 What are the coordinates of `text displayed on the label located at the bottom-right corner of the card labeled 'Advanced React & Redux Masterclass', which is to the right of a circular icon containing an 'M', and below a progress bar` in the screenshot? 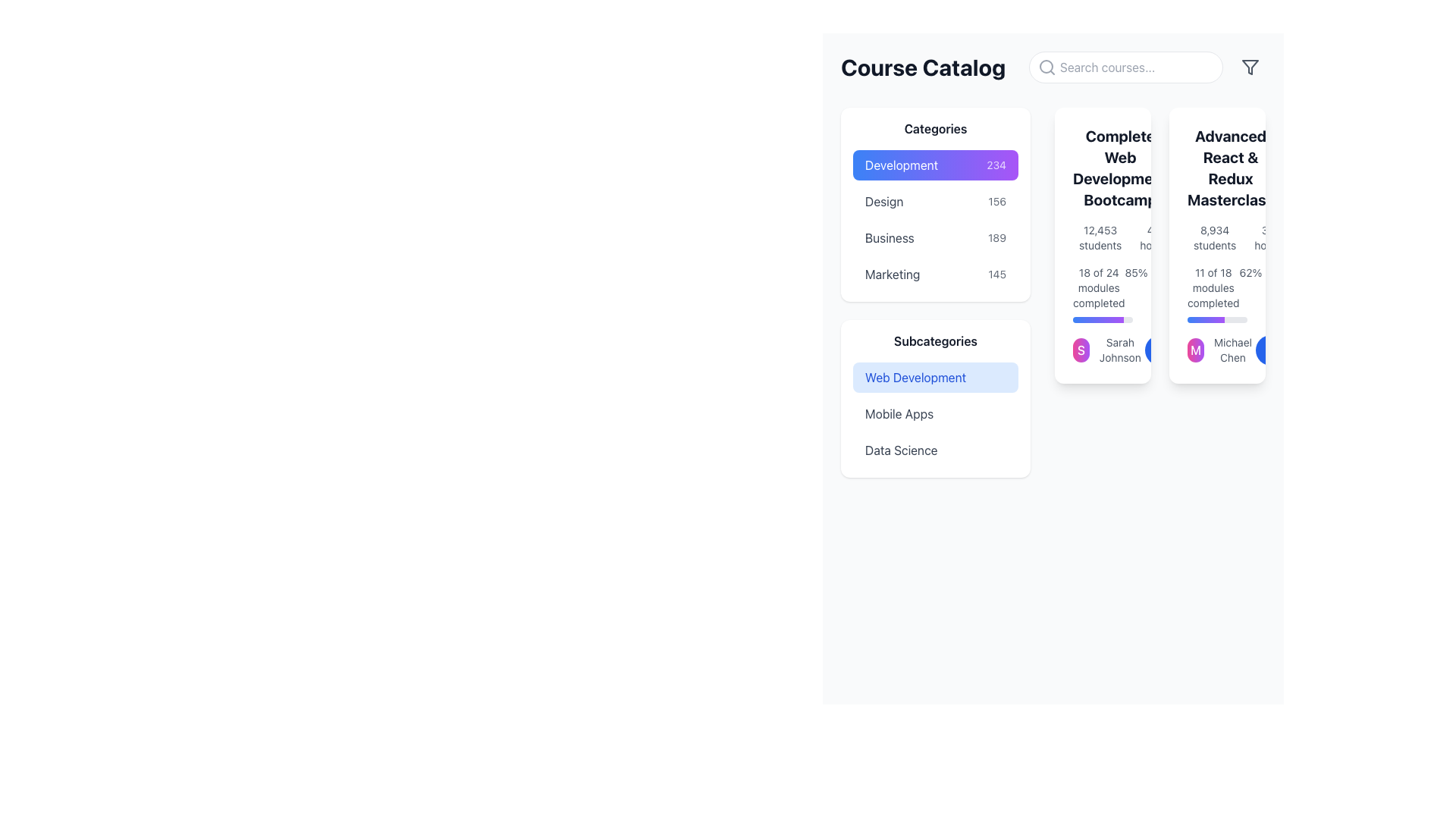 It's located at (1233, 350).